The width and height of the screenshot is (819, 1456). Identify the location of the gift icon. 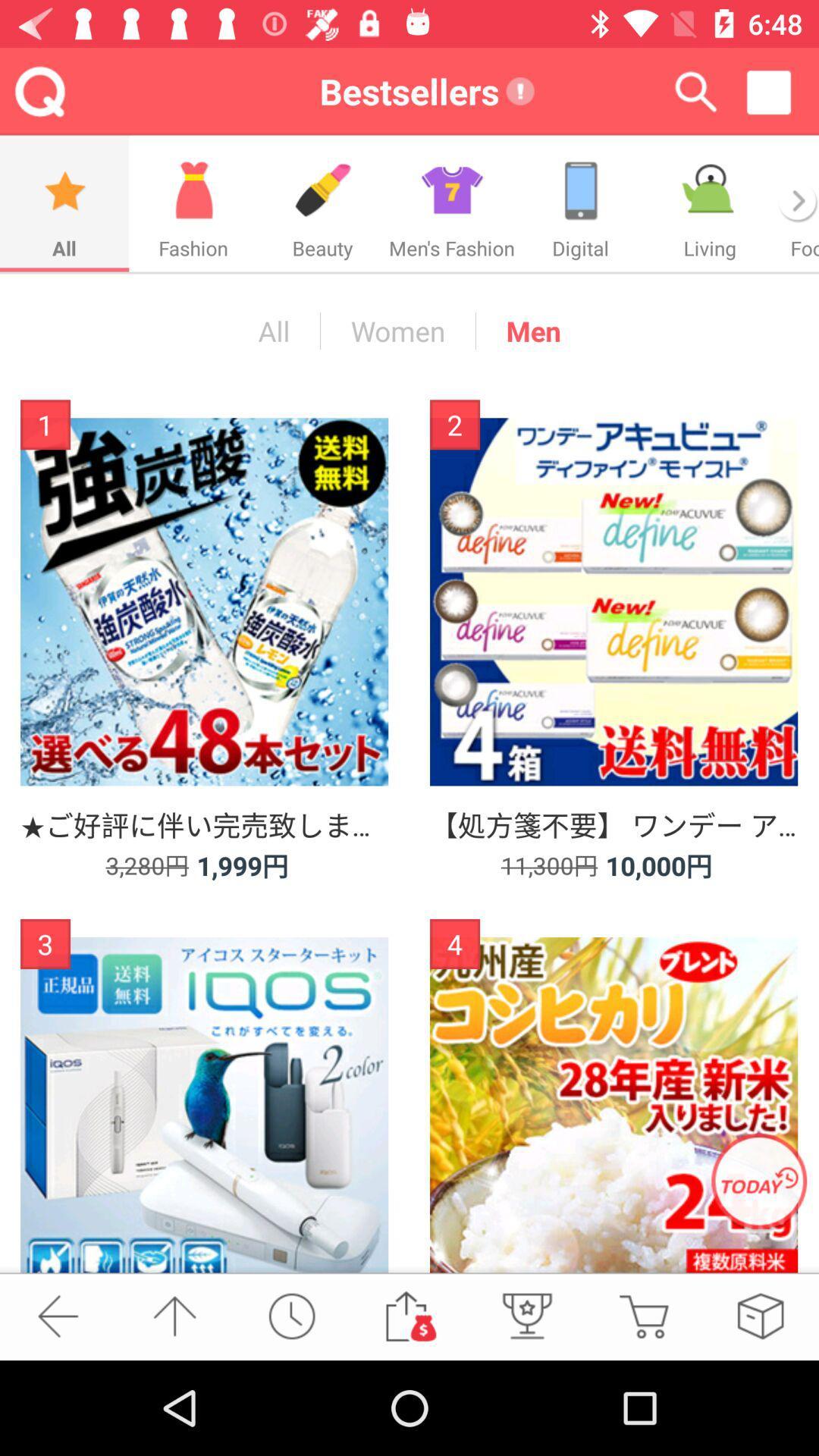
(450, 202).